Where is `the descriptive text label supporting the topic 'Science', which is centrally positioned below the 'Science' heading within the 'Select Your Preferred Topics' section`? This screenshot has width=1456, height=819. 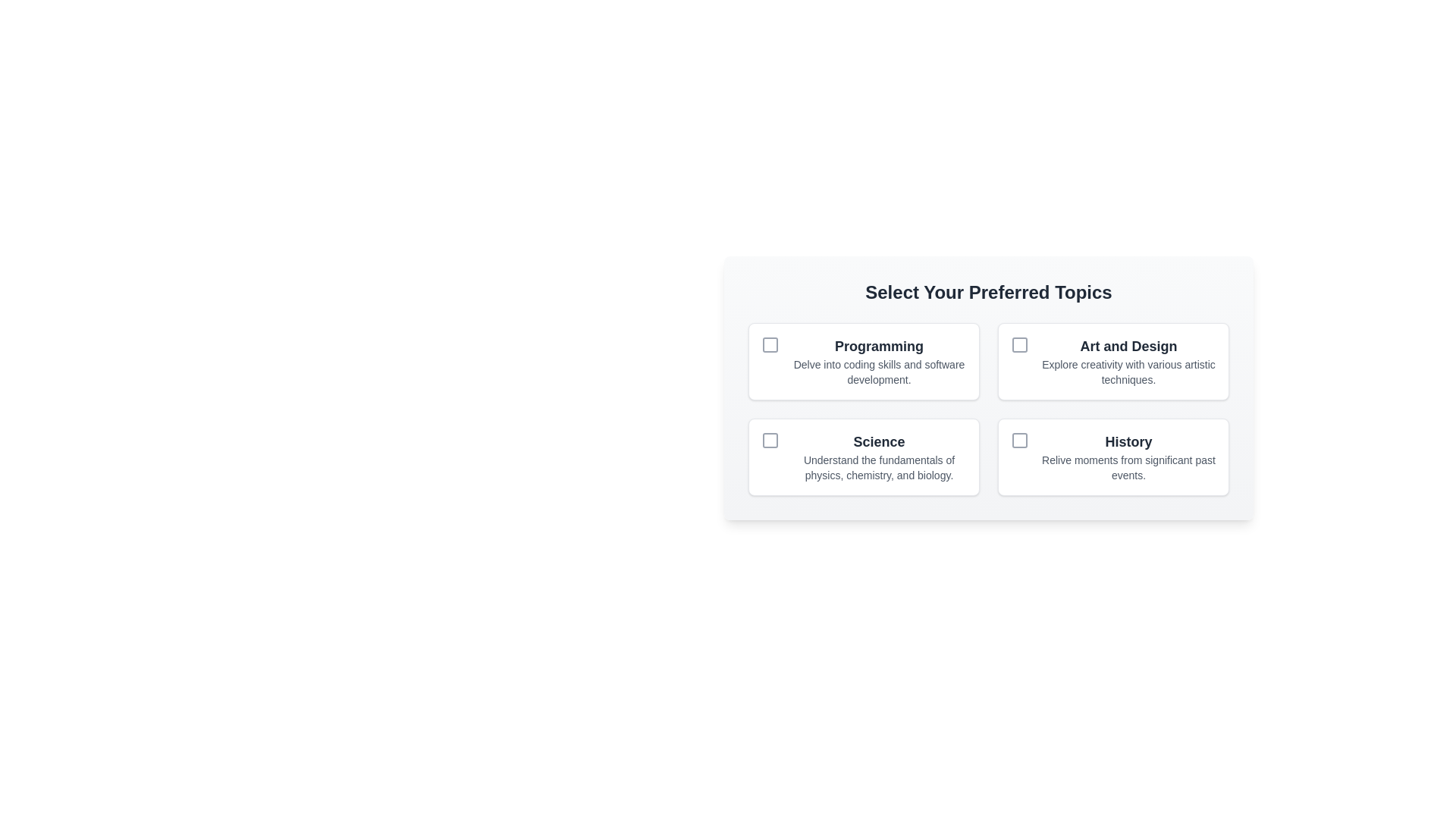
the descriptive text label supporting the topic 'Science', which is centrally positioned below the 'Science' heading within the 'Select Your Preferred Topics' section is located at coordinates (879, 467).